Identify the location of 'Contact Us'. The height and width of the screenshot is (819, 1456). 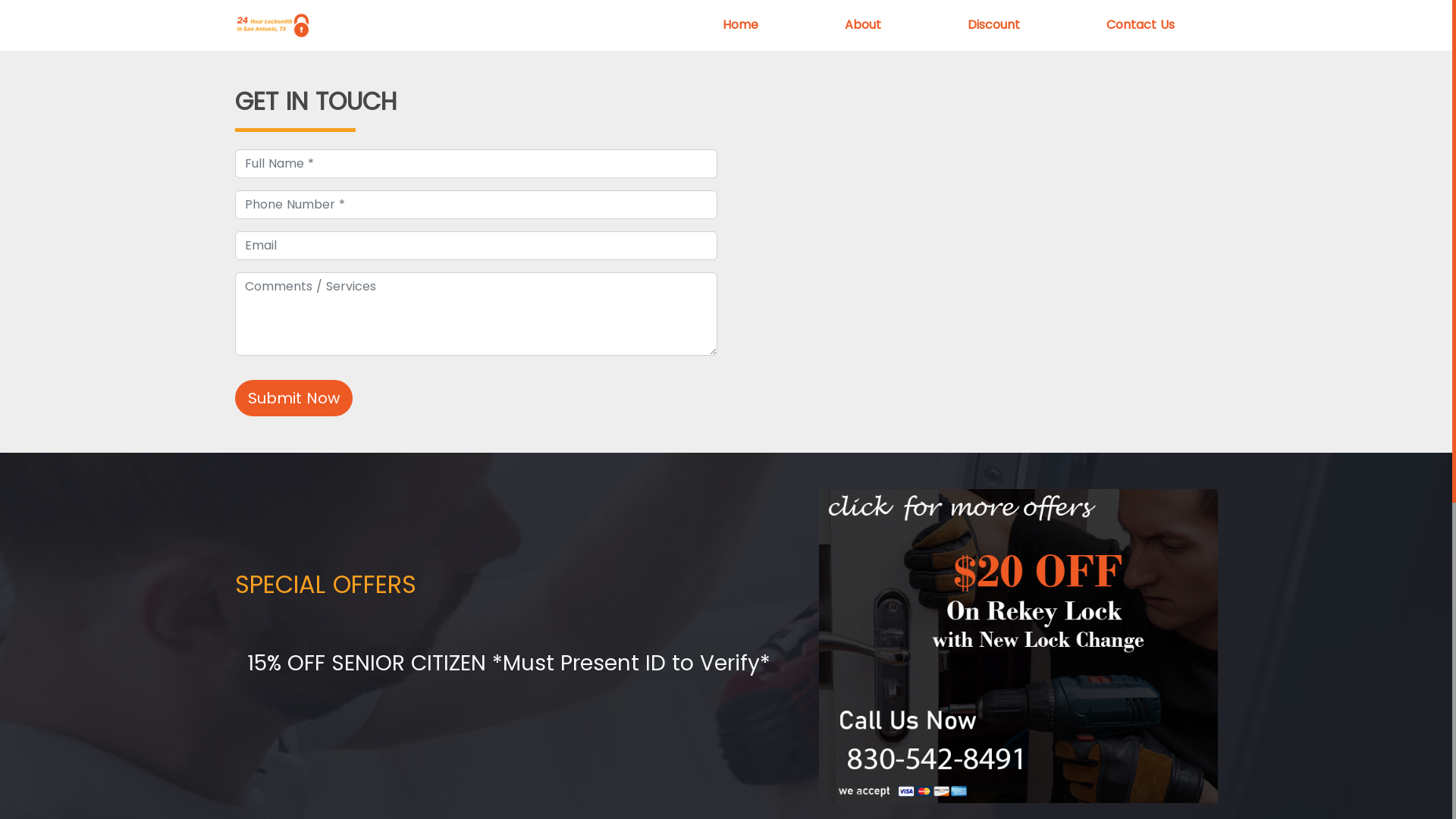
(1099, 25).